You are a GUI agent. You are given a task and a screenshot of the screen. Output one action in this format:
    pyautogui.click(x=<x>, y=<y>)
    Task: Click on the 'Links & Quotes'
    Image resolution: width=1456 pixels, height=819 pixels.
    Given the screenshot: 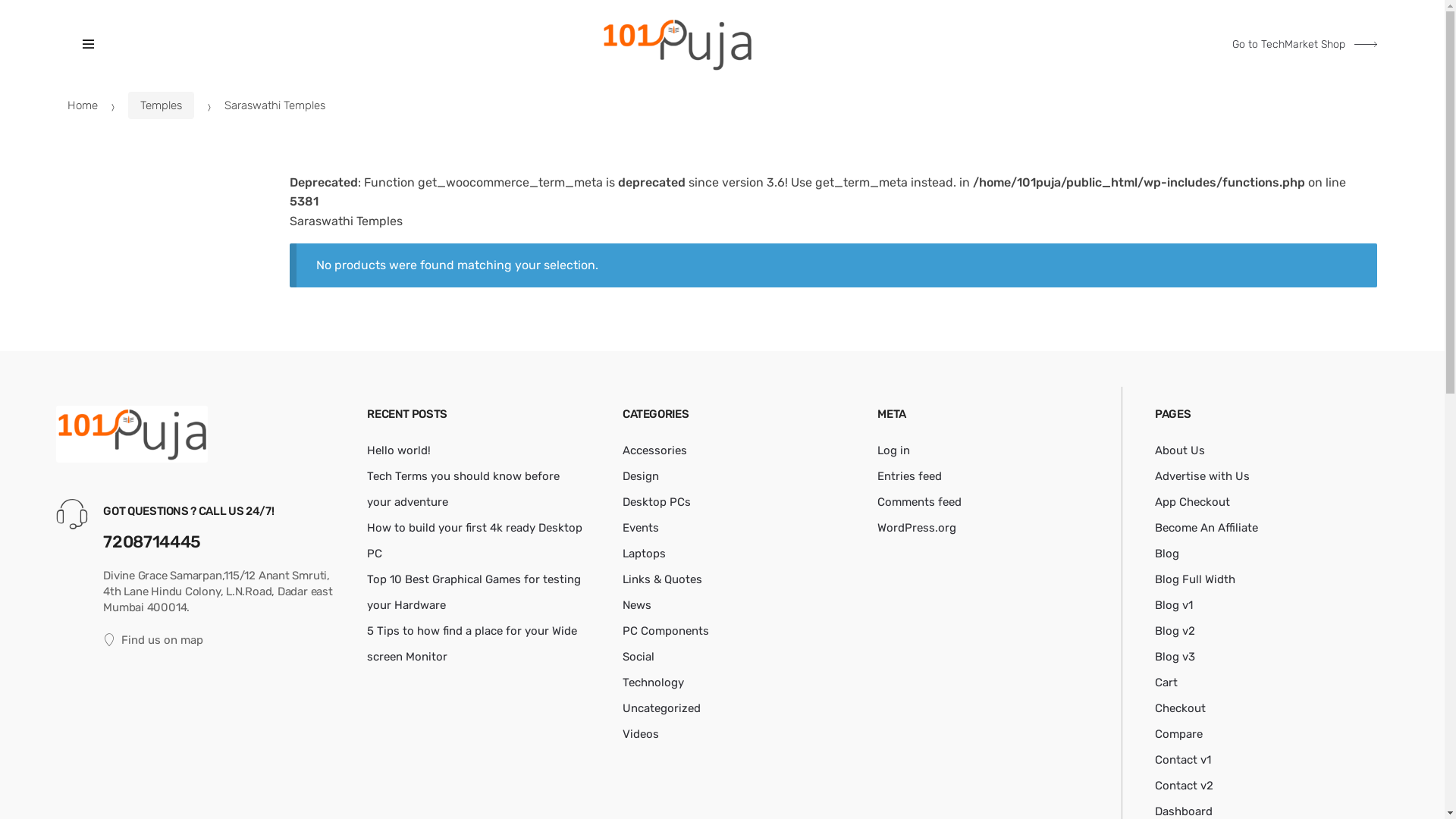 What is the action you would take?
    pyautogui.click(x=662, y=579)
    